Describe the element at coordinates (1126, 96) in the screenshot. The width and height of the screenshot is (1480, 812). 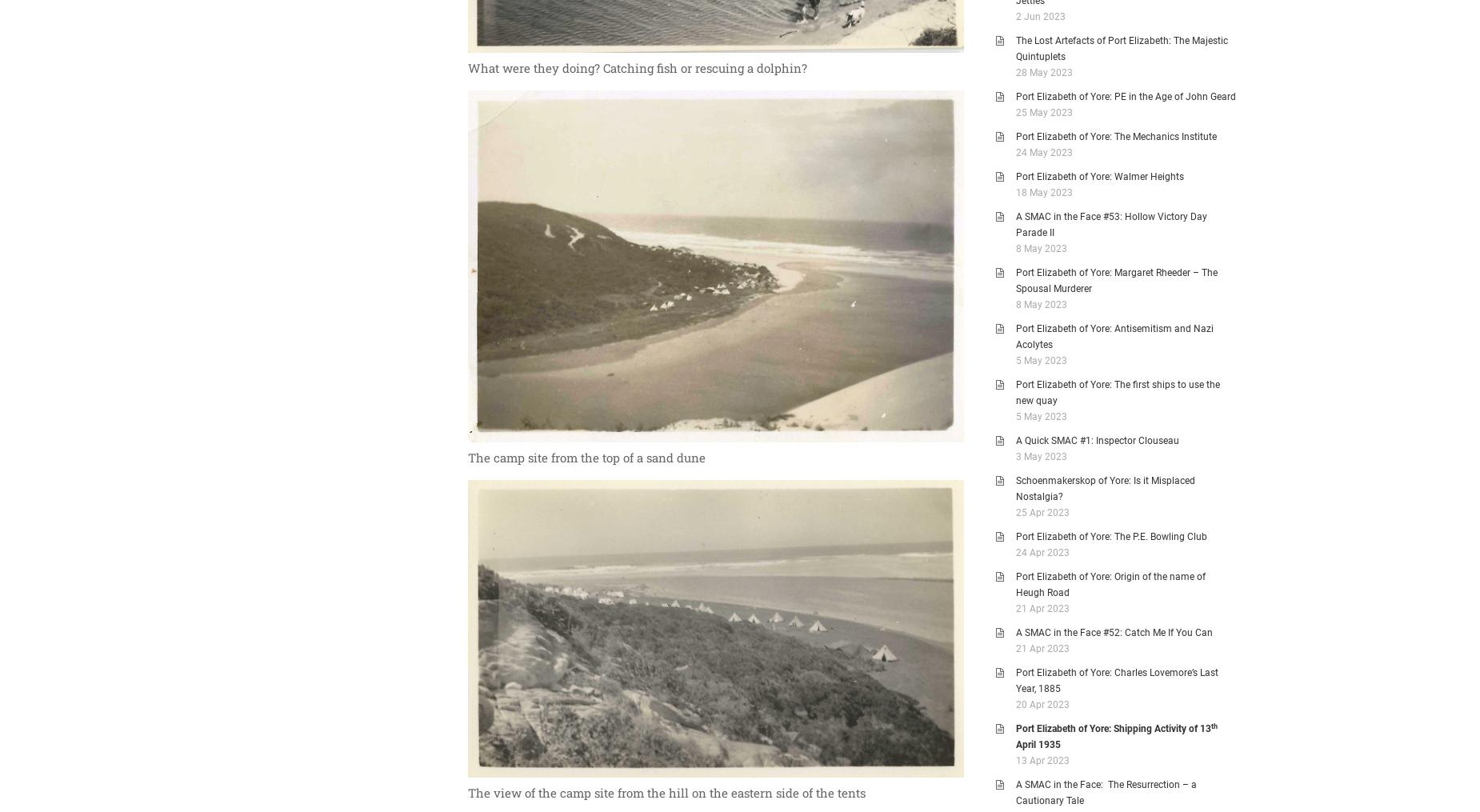
I see `'Port Elizabeth of Yore: PE in the Age of John Geard'` at that location.